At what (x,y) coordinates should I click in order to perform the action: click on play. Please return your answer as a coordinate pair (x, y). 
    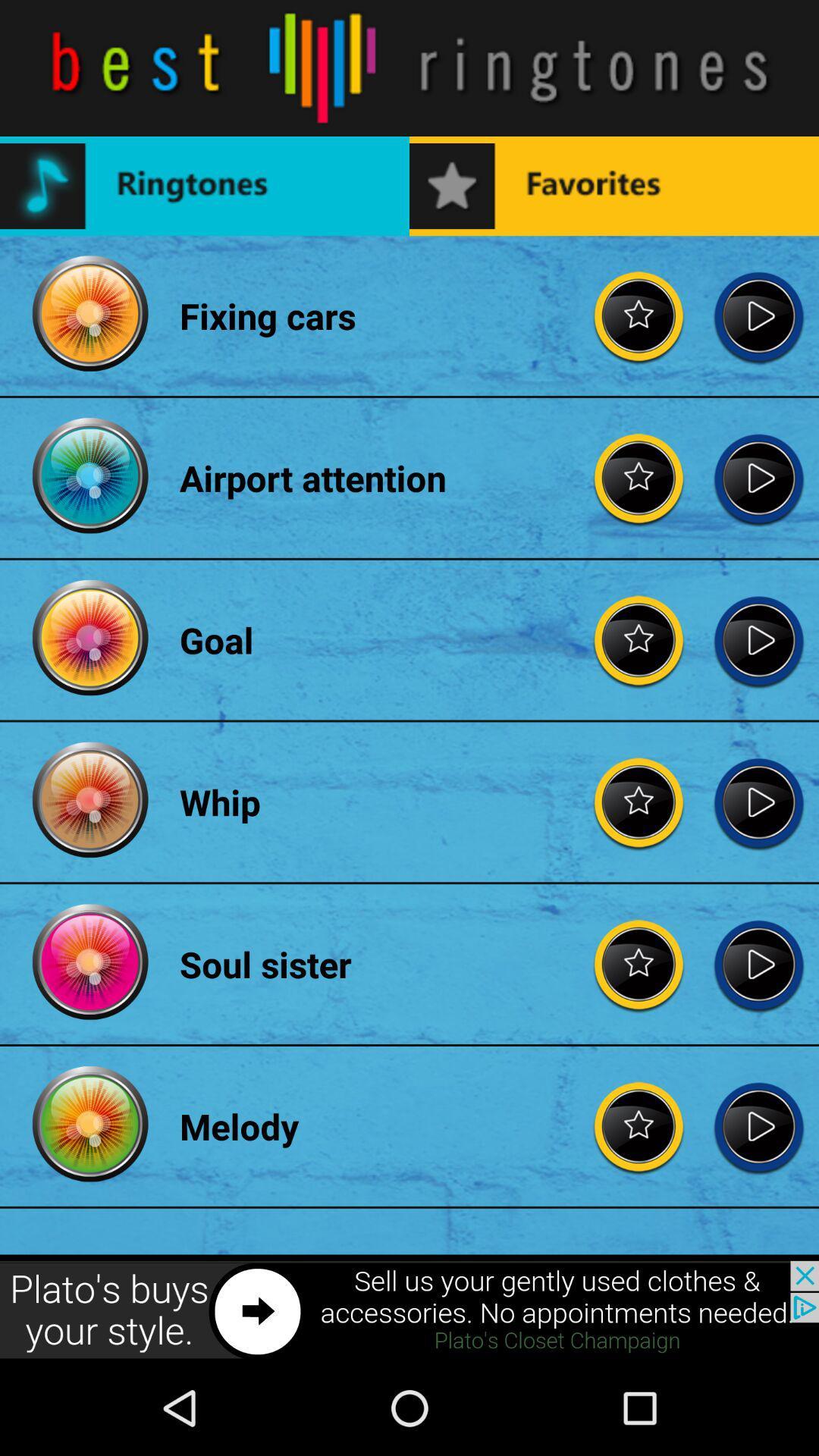
    Looking at the image, I should click on (758, 963).